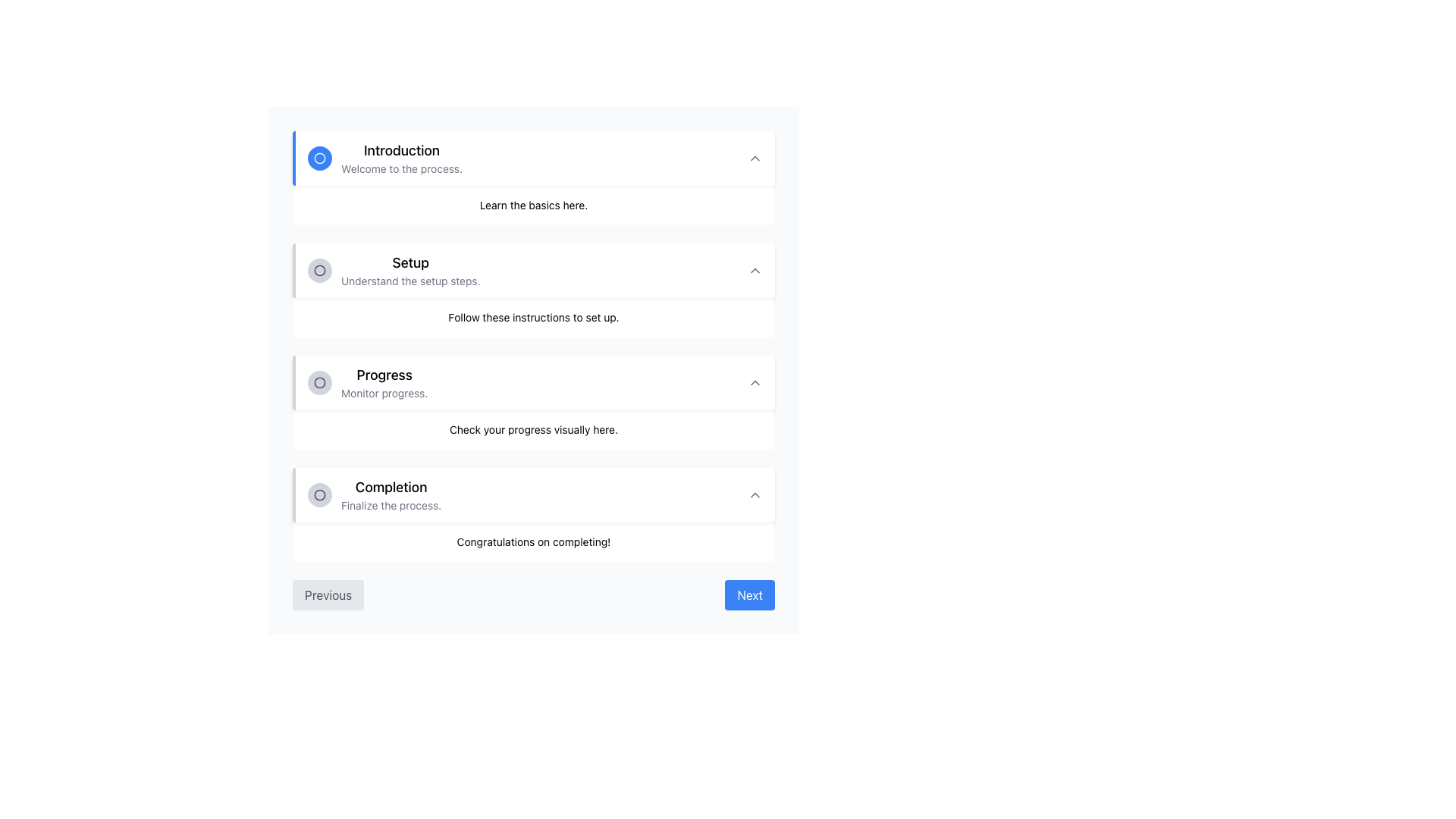 The width and height of the screenshot is (1456, 819). I want to click on the toggle icon located in the upper right corner of the collapsible panel, so click(755, 158).